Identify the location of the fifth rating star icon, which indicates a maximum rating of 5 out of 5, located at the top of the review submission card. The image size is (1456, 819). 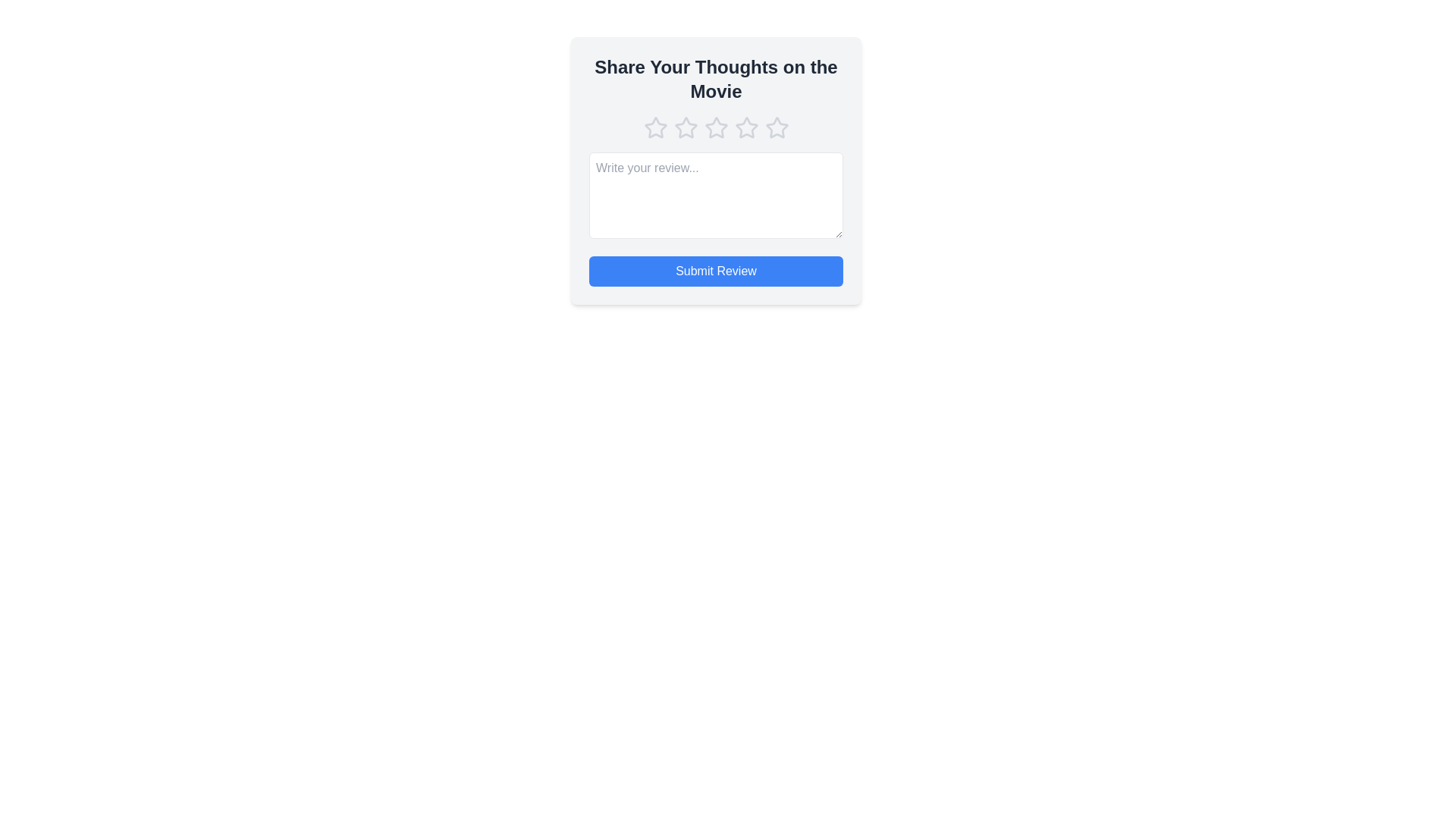
(777, 127).